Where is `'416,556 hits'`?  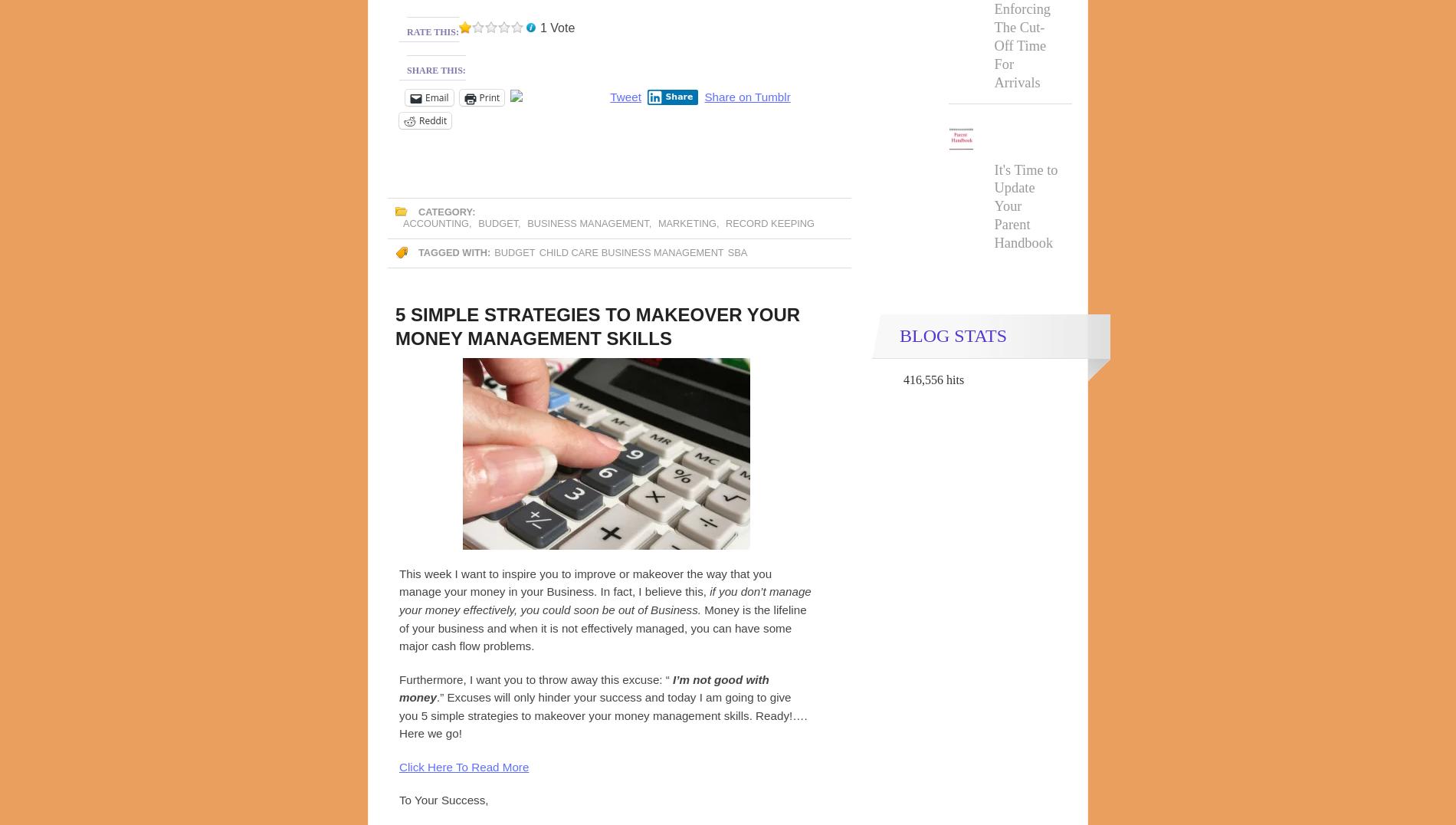
'416,556 hits' is located at coordinates (933, 380).